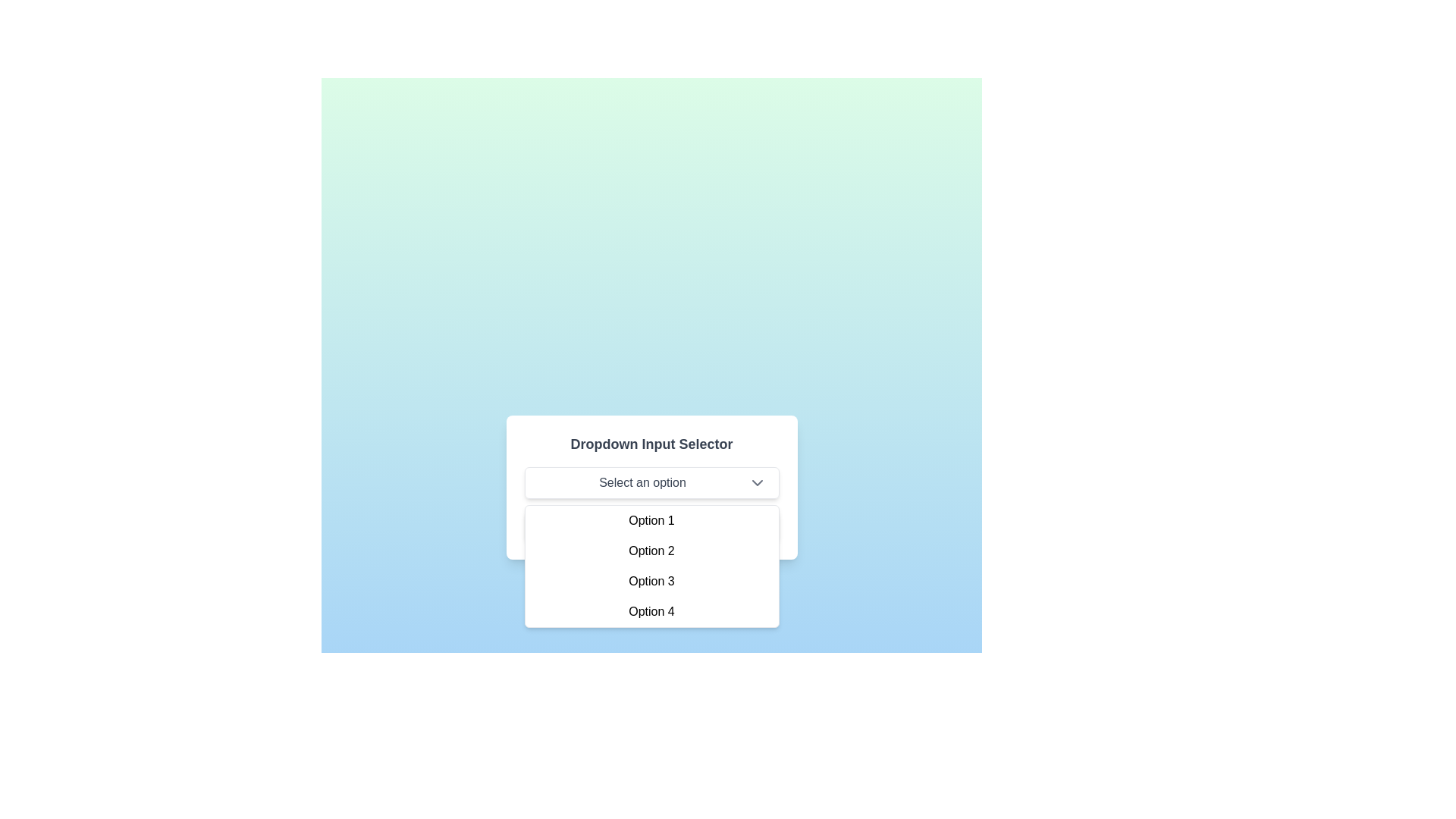  Describe the element at coordinates (651, 482) in the screenshot. I see `the dropdown menu located below the title 'Dropdown Input Selector'` at that location.